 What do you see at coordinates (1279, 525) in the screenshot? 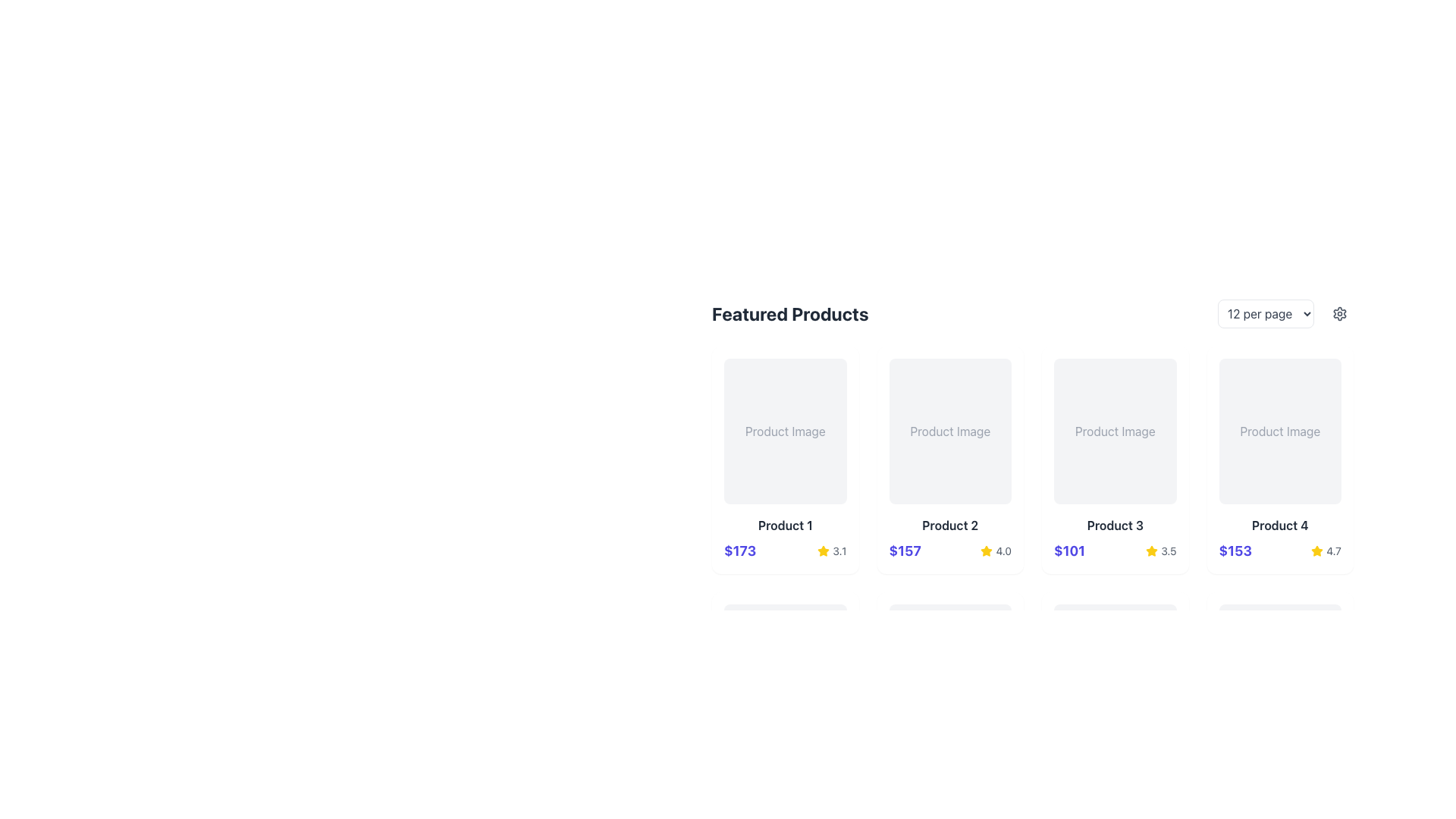
I see `text content of the title label for the fourth product, which is located at the bottom section of the product card, right below the product image and above the price '$153' and rating '4.7'` at bounding box center [1279, 525].